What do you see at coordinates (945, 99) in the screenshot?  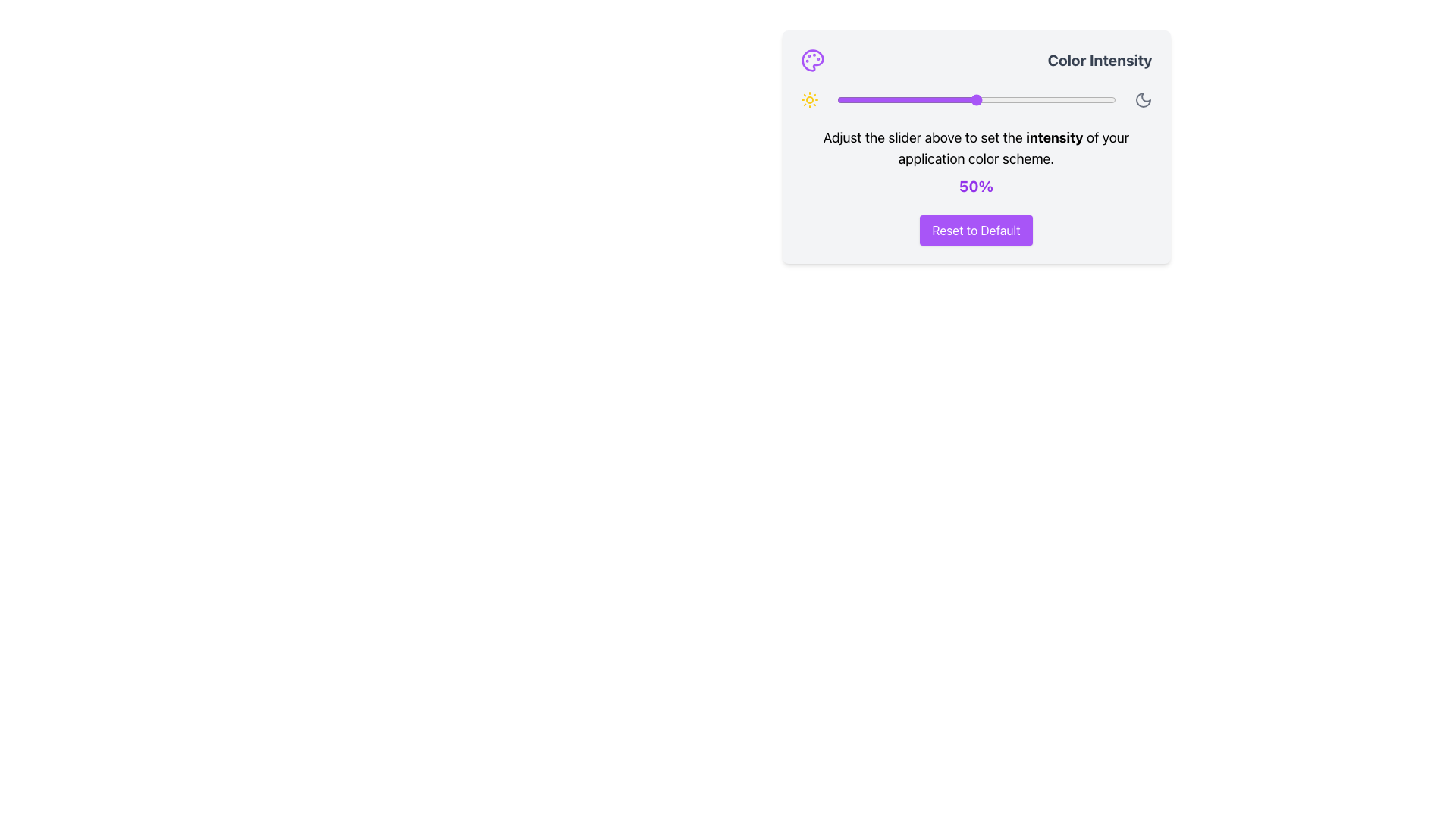 I see `the color intensity` at bounding box center [945, 99].